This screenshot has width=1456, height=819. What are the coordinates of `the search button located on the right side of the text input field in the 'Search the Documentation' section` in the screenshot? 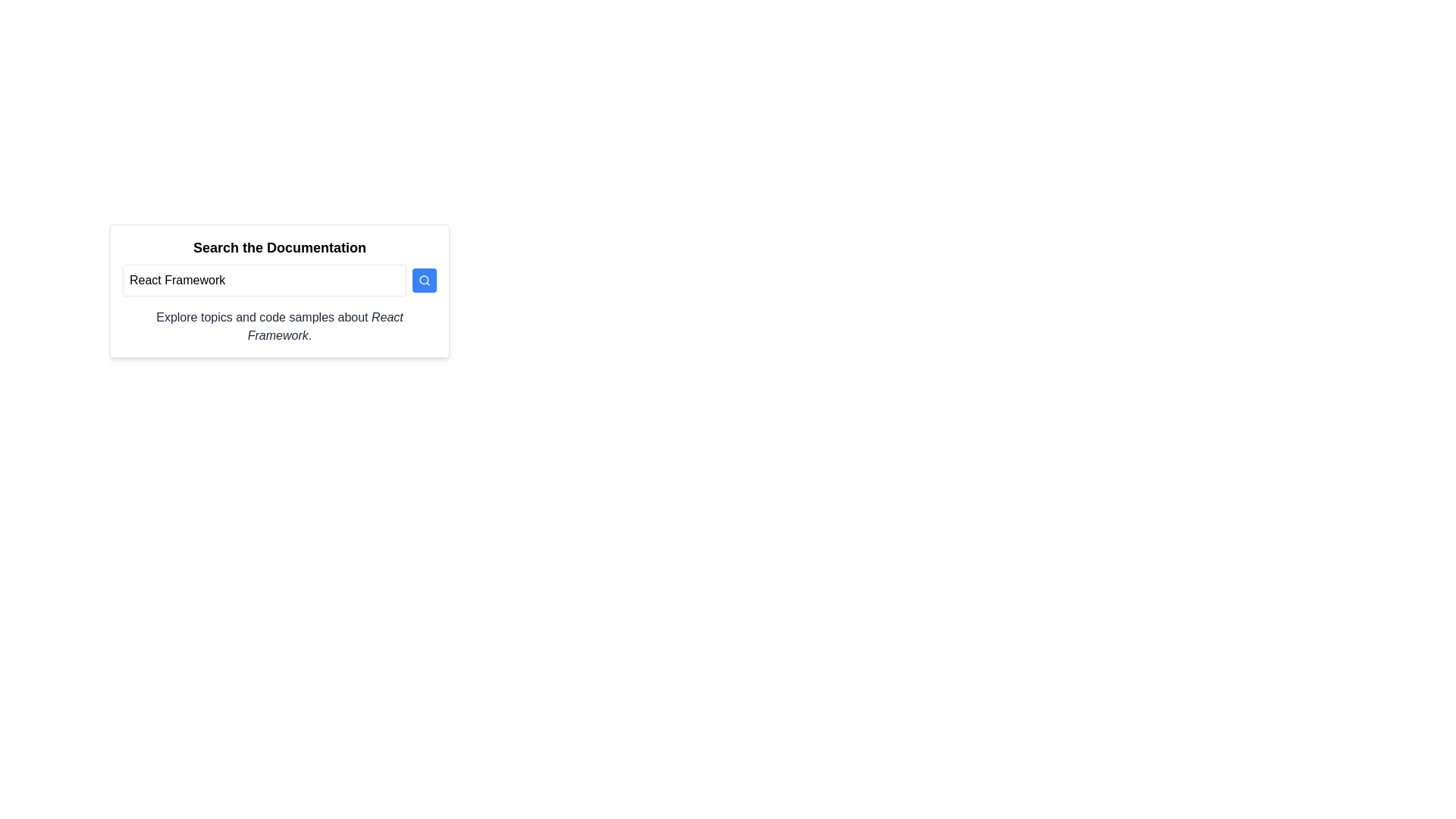 It's located at (425, 281).